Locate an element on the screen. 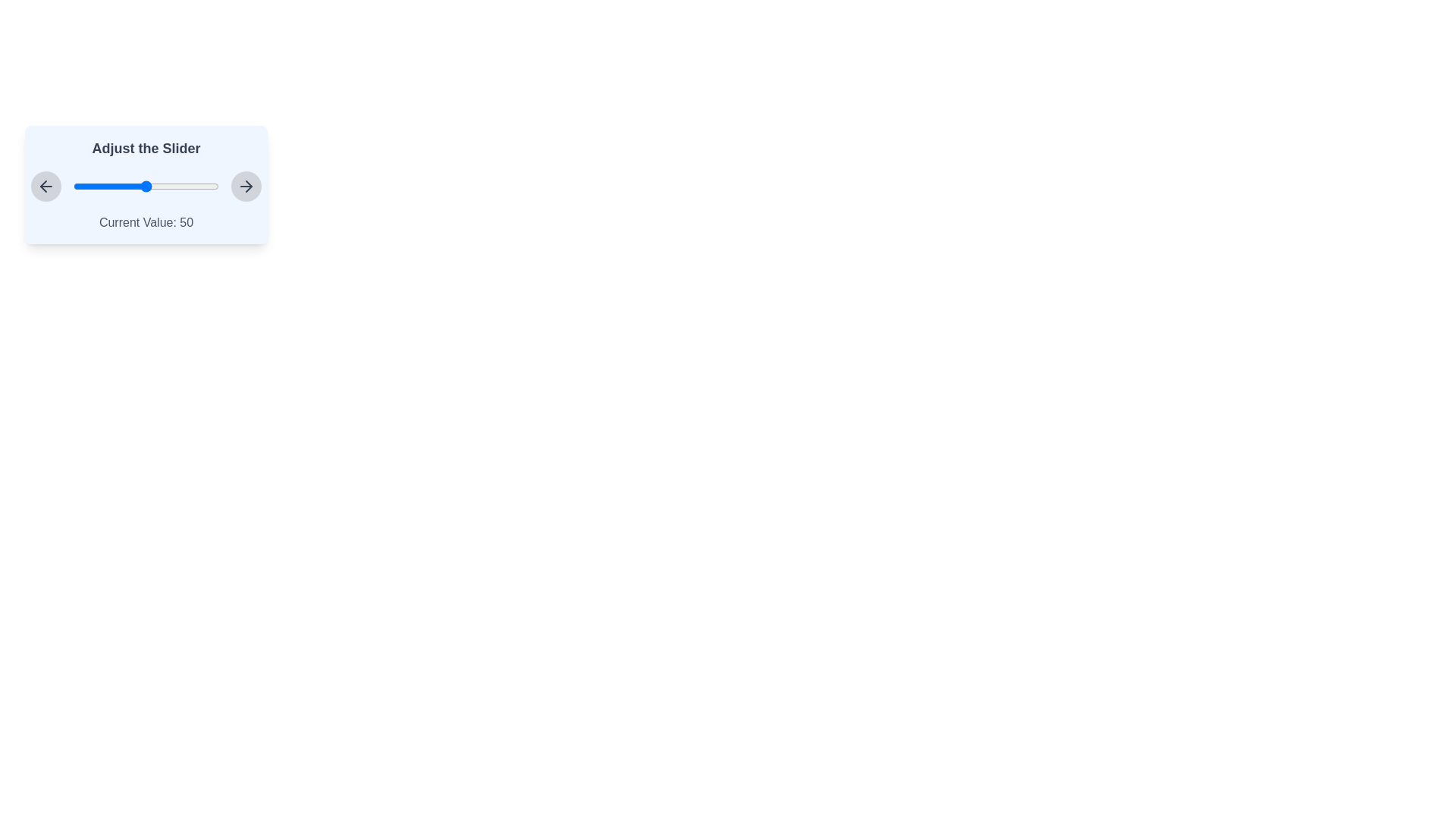 The height and width of the screenshot is (819, 1456). slider value is located at coordinates (103, 186).